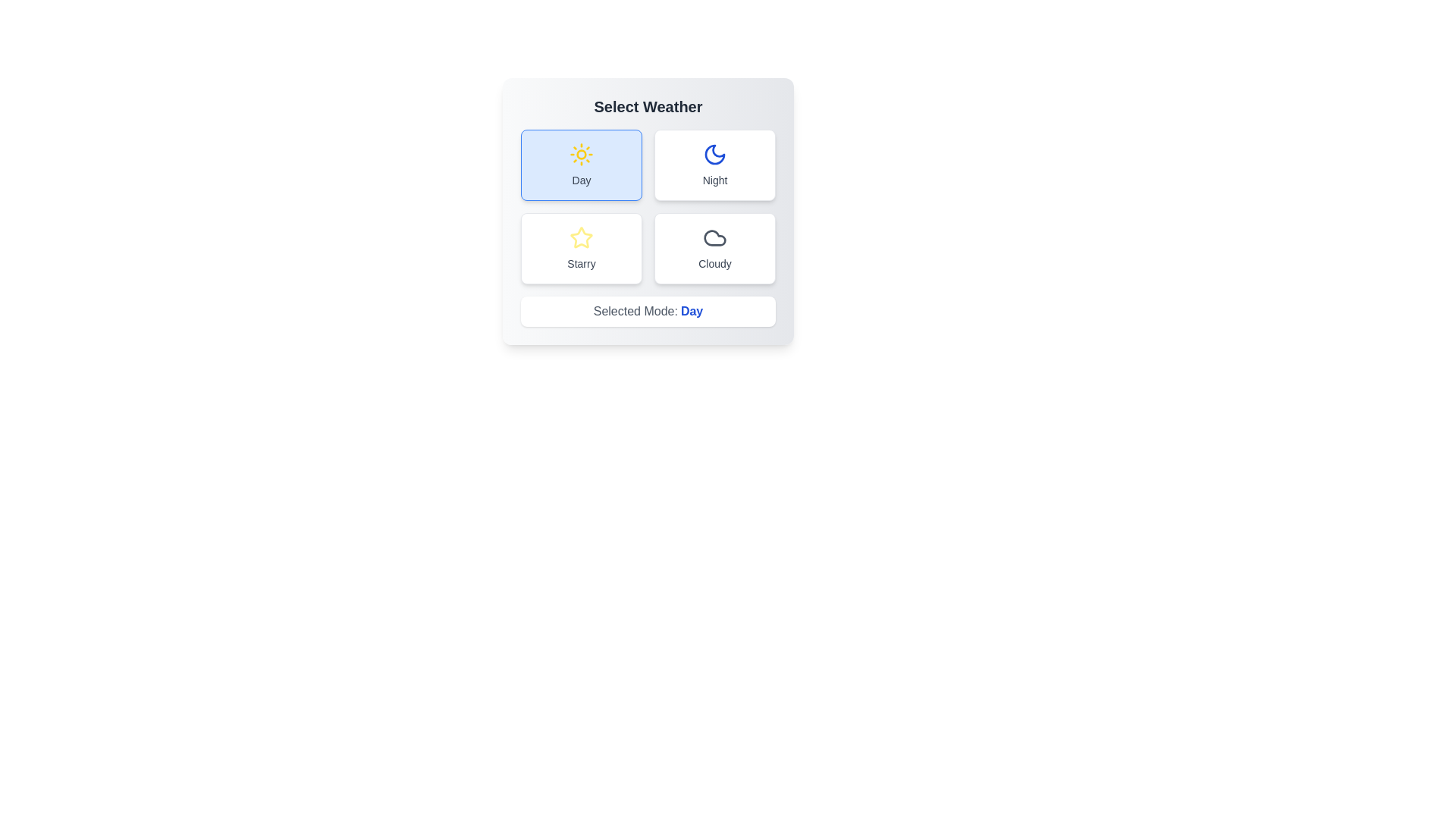  Describe the element at coordinates (581, 165) in the screenshot. I see `the weather mode by clicking on the corresponding button for Day` at that location.